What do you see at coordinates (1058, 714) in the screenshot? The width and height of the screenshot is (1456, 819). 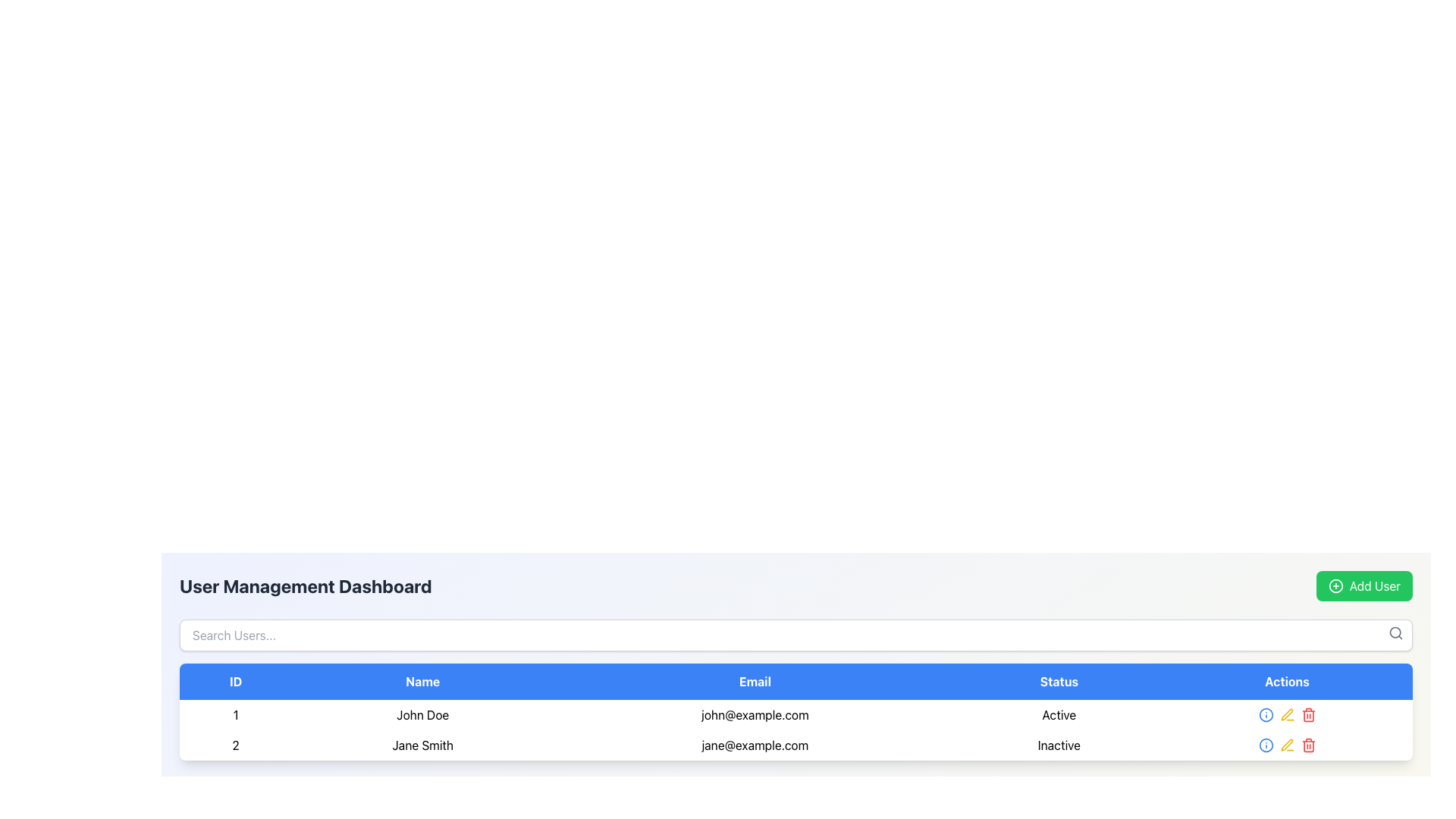 I see `the informational text label indicating that 'John Doe' is currently active, located in the fourth column labeled 'Status' of the first row in the table` at bounding box center [1058, 714].